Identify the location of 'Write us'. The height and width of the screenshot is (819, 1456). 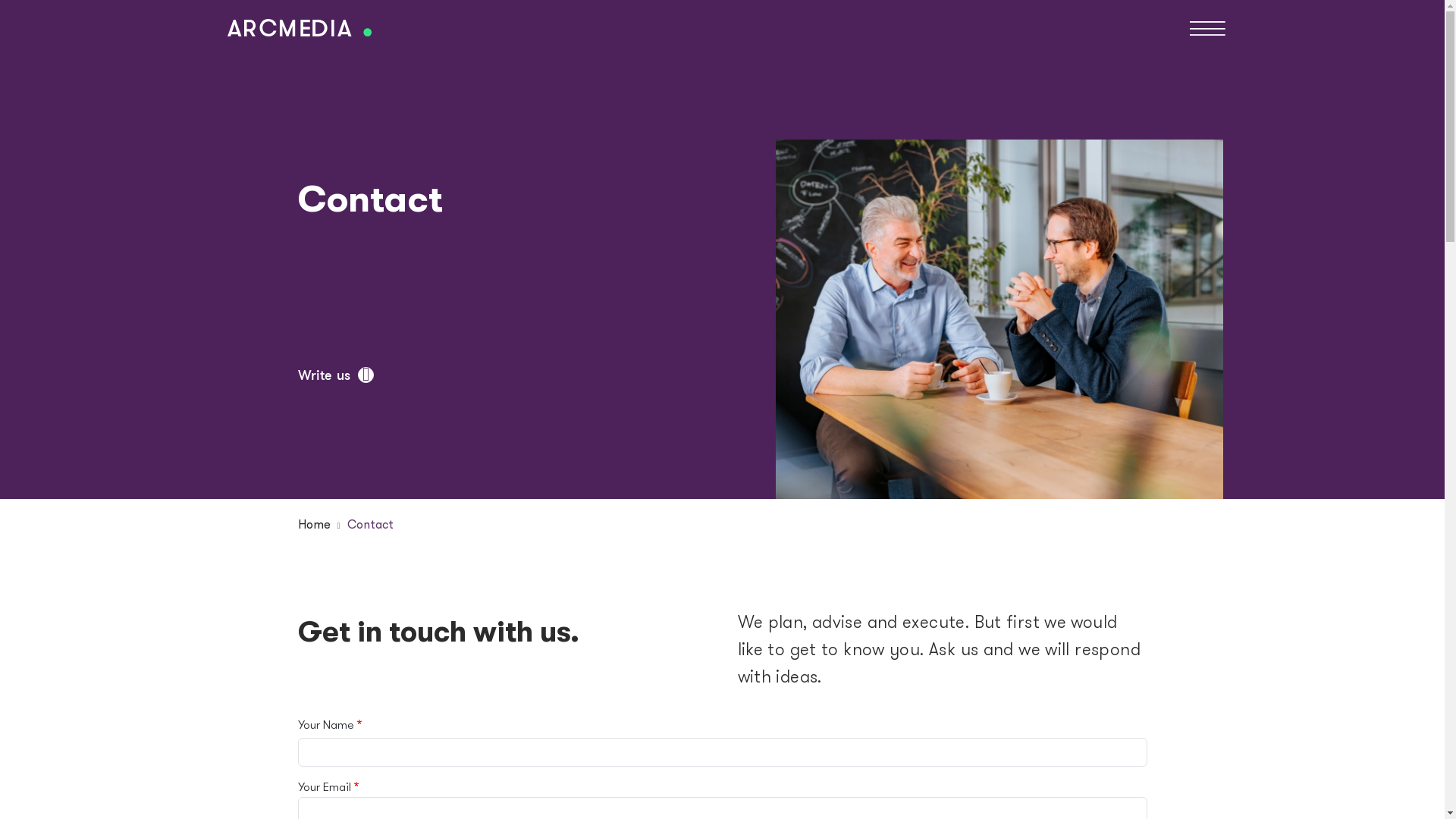
(334, 375).